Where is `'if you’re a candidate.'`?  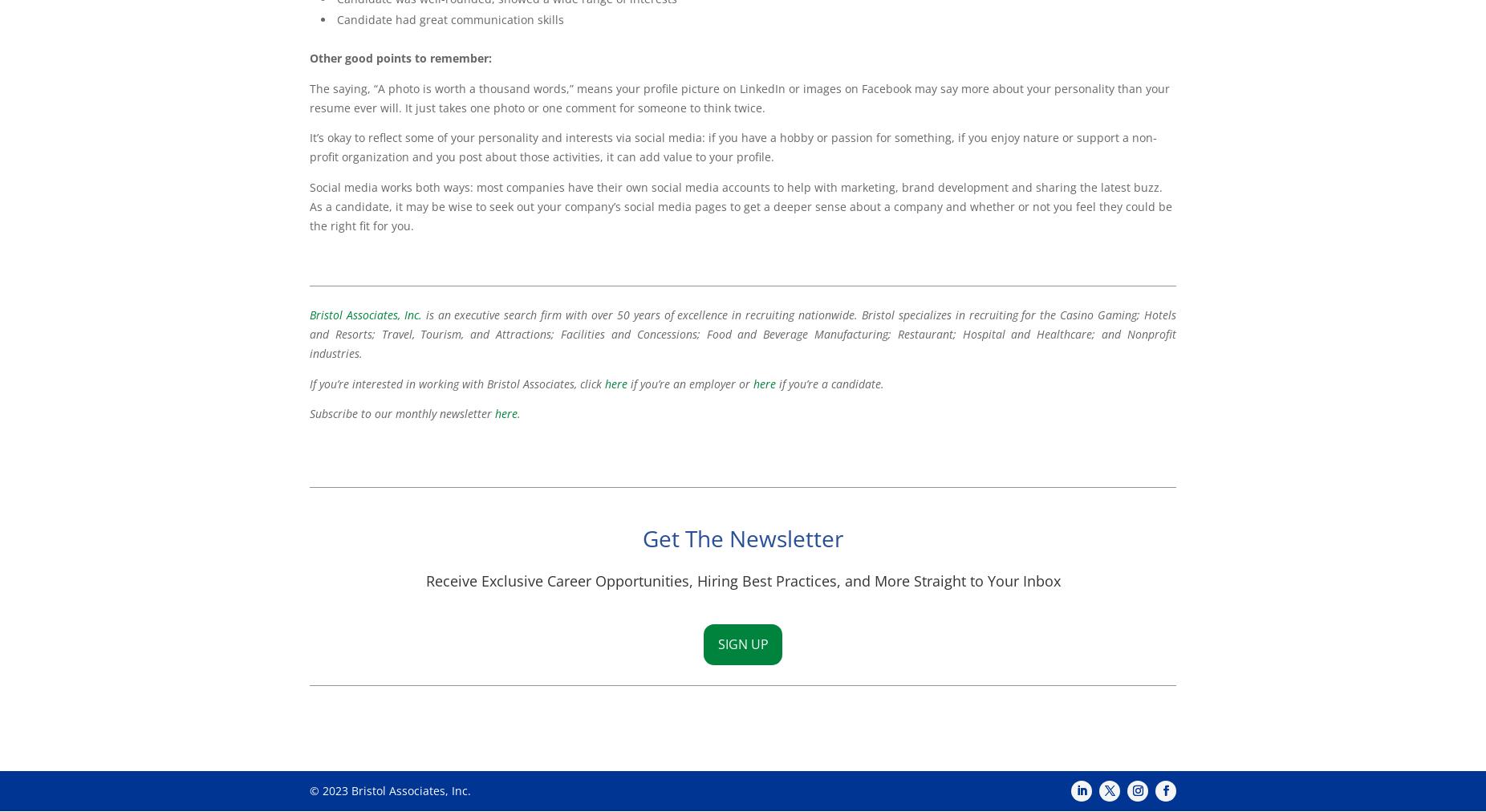 'if you’re a candidate.' is located at coordinates (774, 383).